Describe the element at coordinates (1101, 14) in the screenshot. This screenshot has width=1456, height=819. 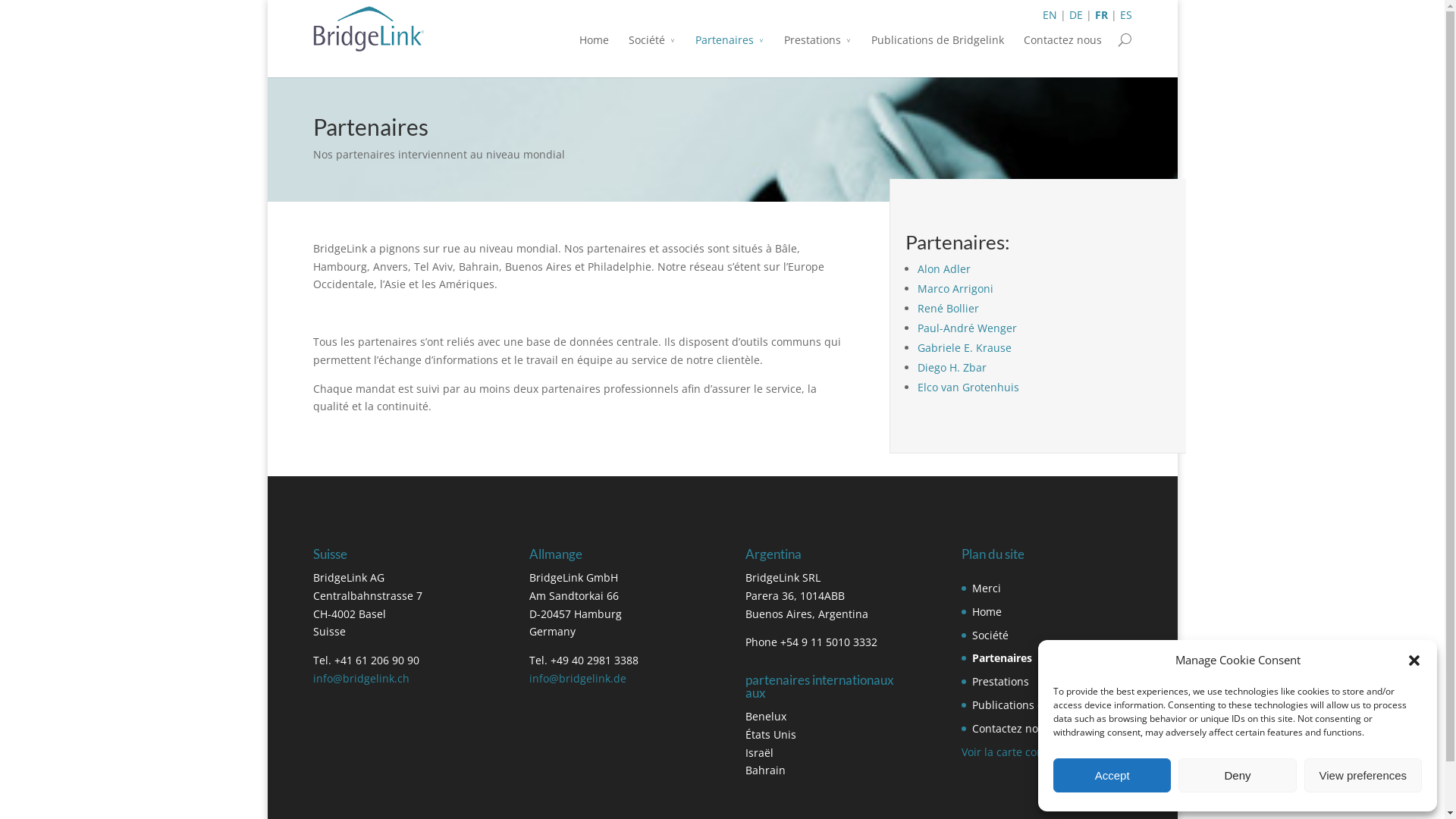
I see `'FR'` at that location.